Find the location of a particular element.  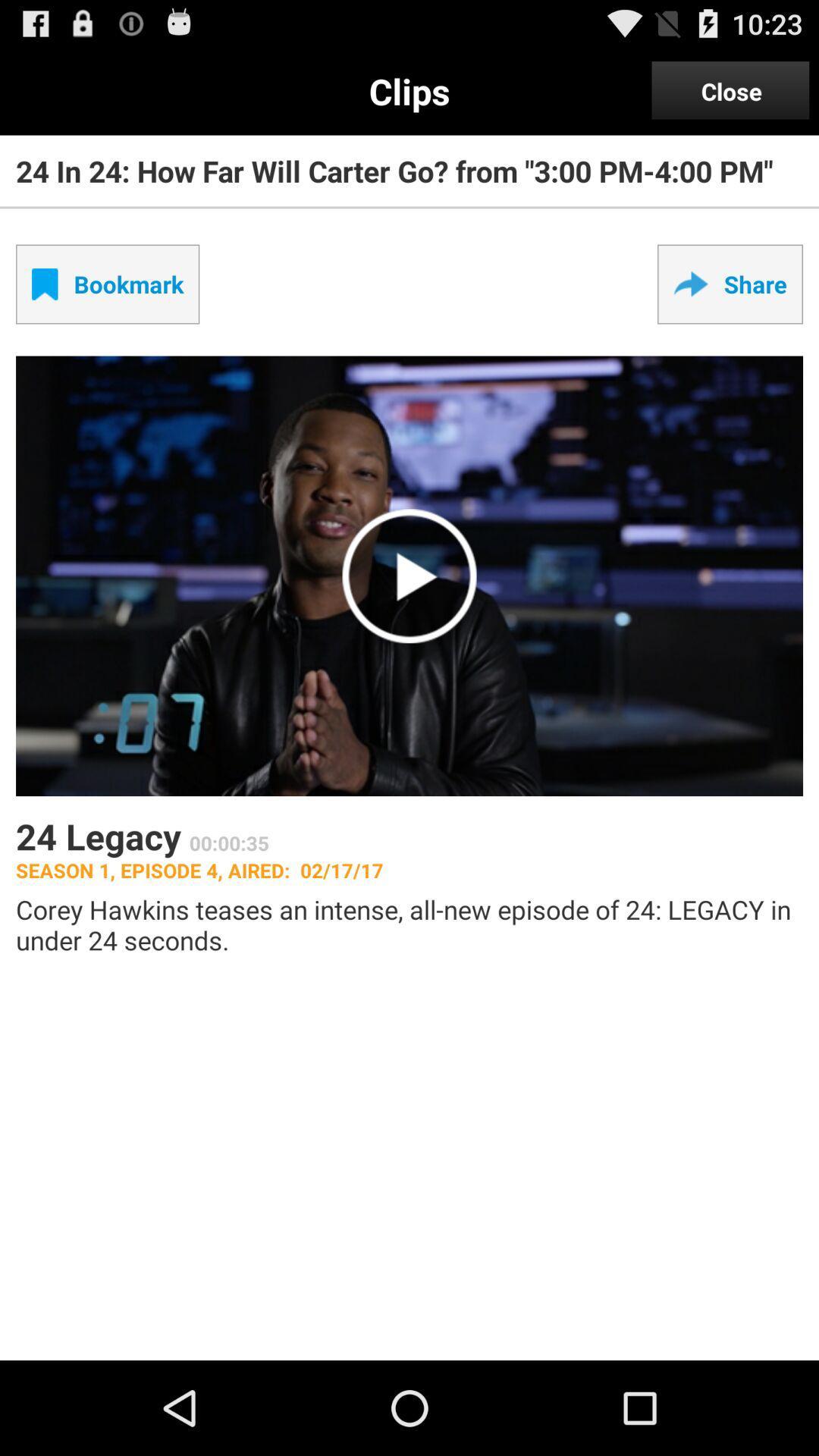

app to the right of clips app is located at coordinates (730, 90).